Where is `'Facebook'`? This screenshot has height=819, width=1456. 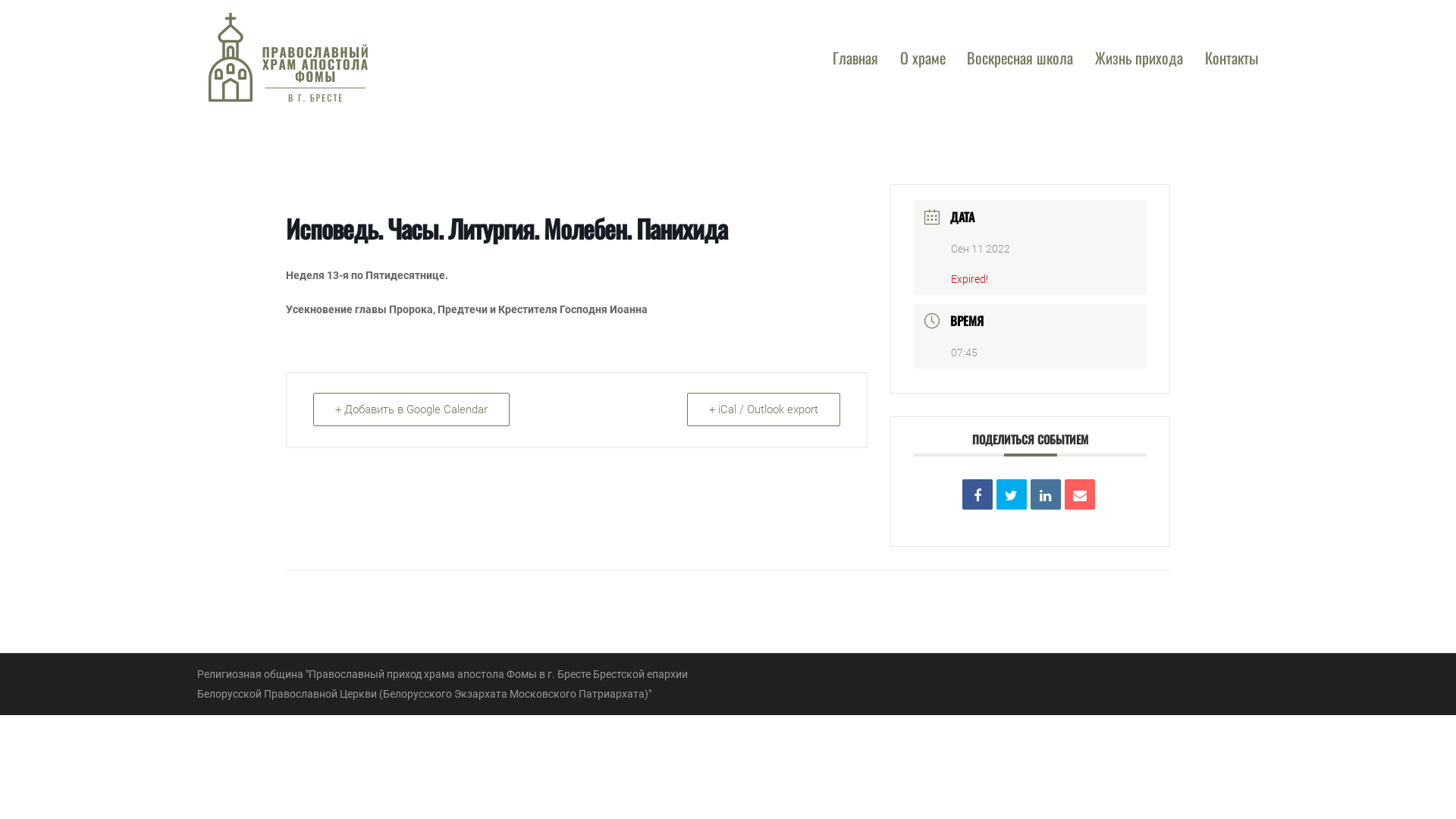
'Facebook' is located at coordinates (977, 494).